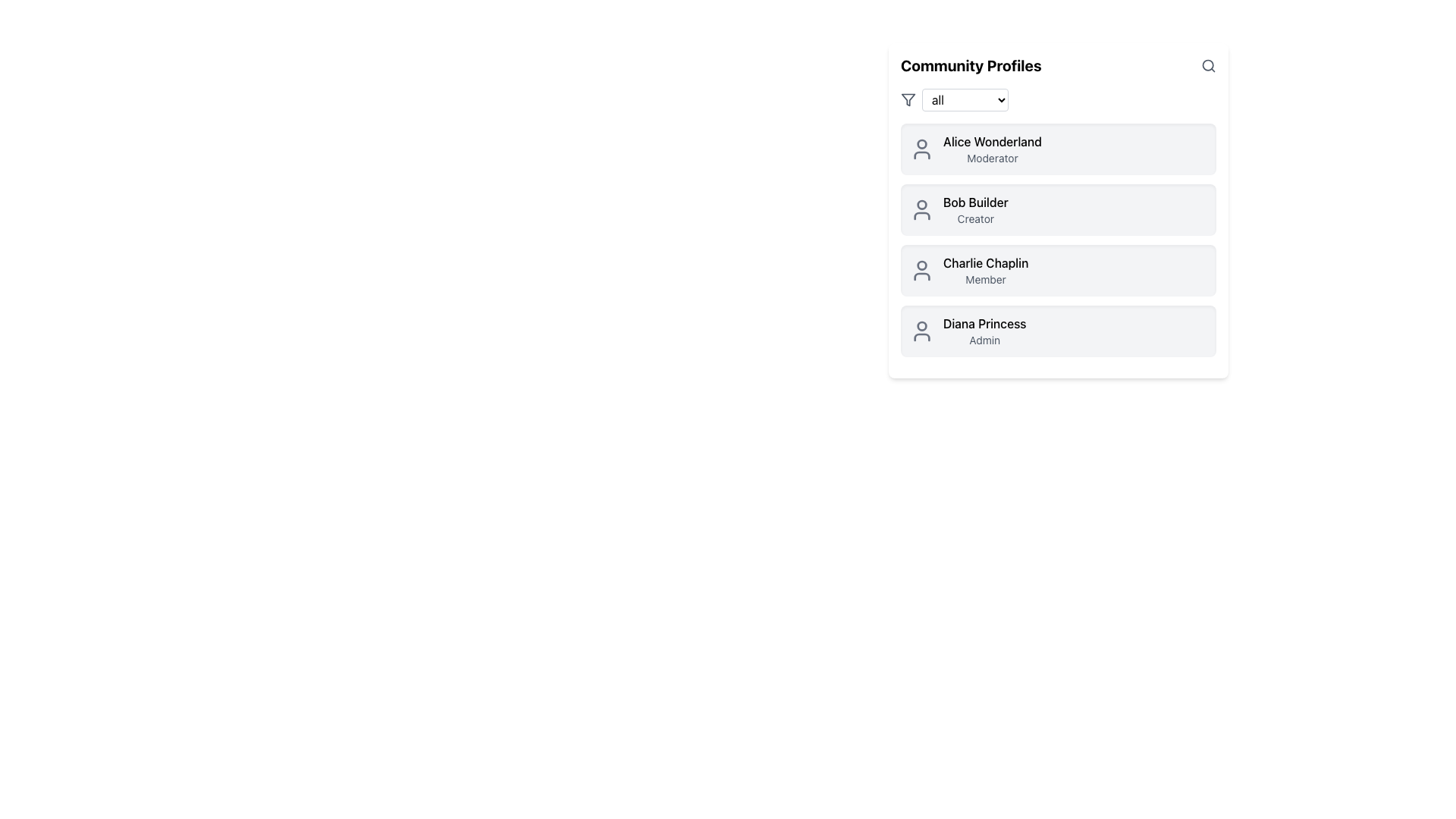 The height and width of the screenshot is (819, 1456). I want to click on the Text Label that serves as a heading for the community profile section, located at the top-left corner of the content section, so click(971, 65).